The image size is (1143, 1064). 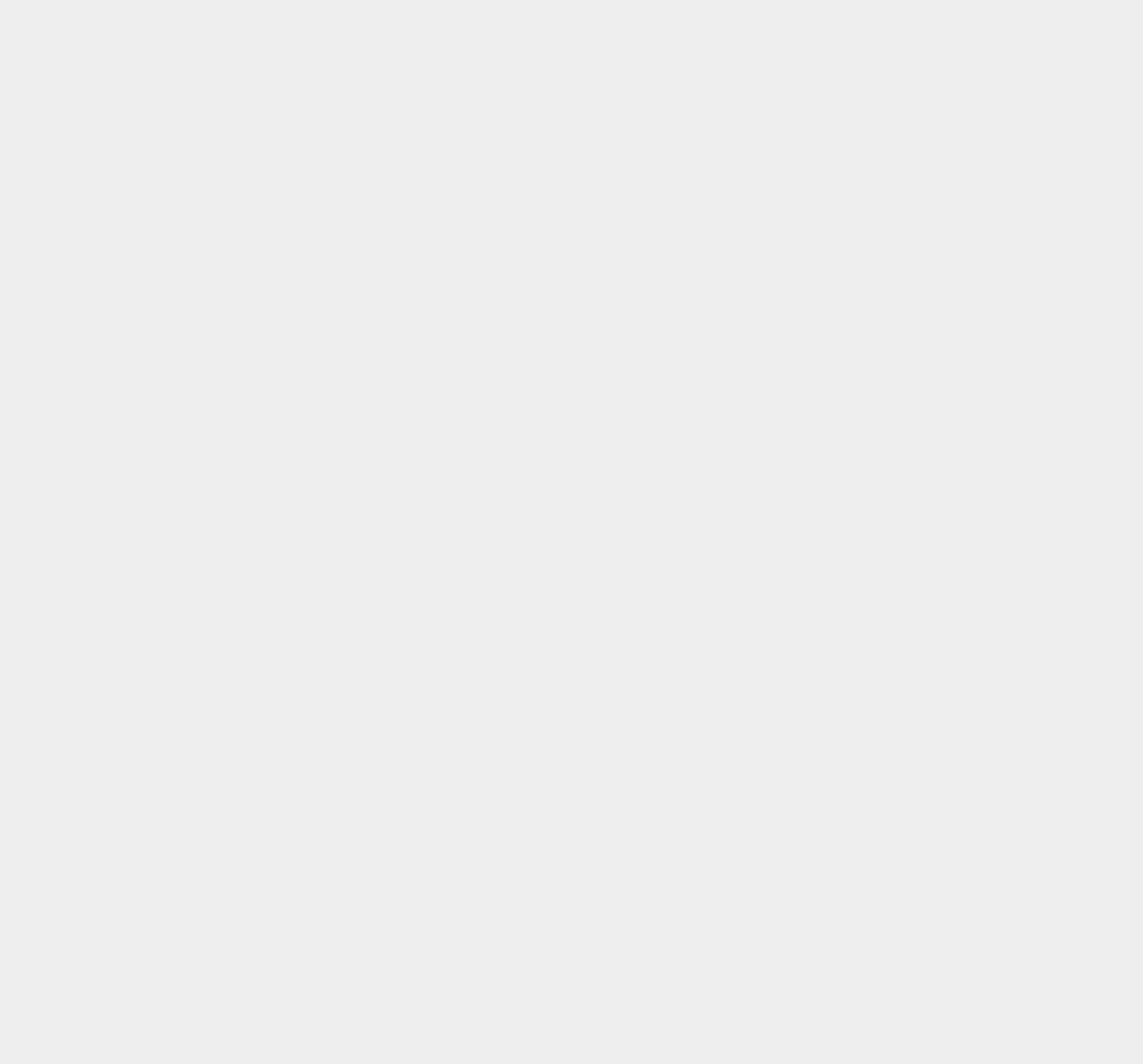 I want to click on 'Nokia', so click(x=824, y=630).